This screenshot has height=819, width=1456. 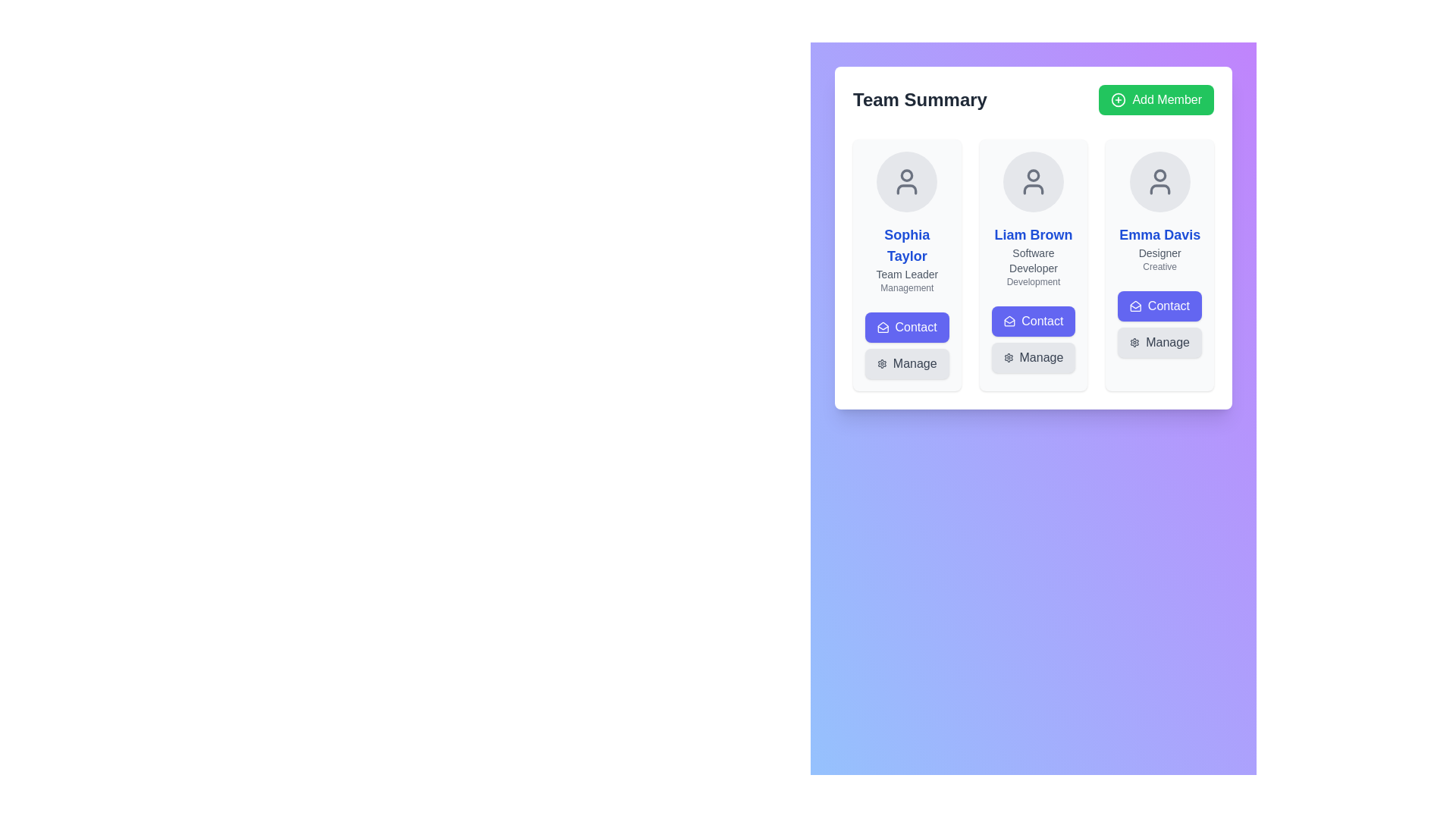 I want to click on the Text Label displaying 'Liam Brown' in blue, bold font, located at the top section of the middle card, below the avatar icon and above the job title 'Software Developer', so click(x=1033, y=234).